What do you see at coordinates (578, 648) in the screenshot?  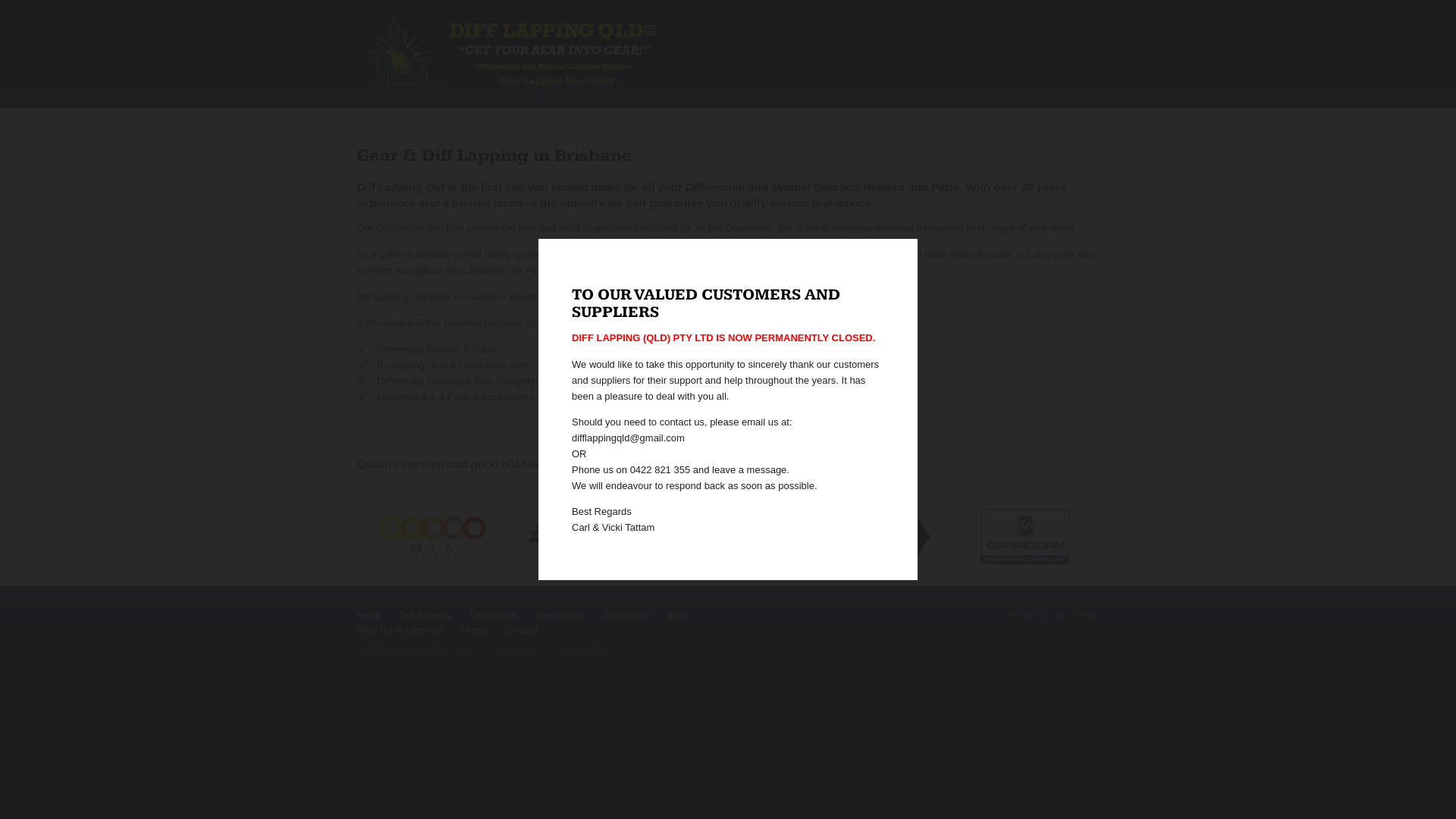 I see `'Privacy Policy'` at bounding box center [578, 648].